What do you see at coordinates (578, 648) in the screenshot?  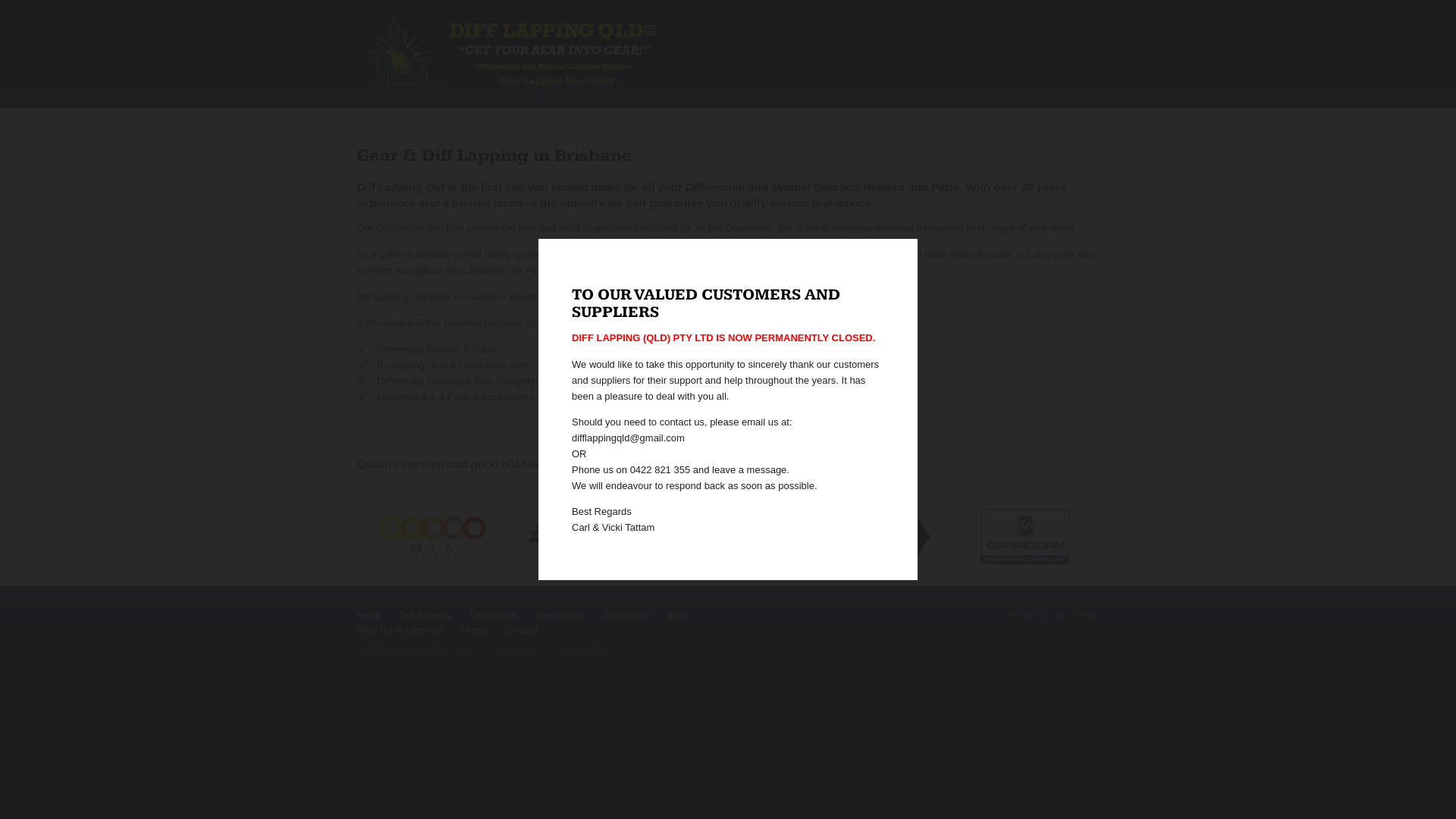 I see `'Privacy Policy'` at bounding box center [578, 648].